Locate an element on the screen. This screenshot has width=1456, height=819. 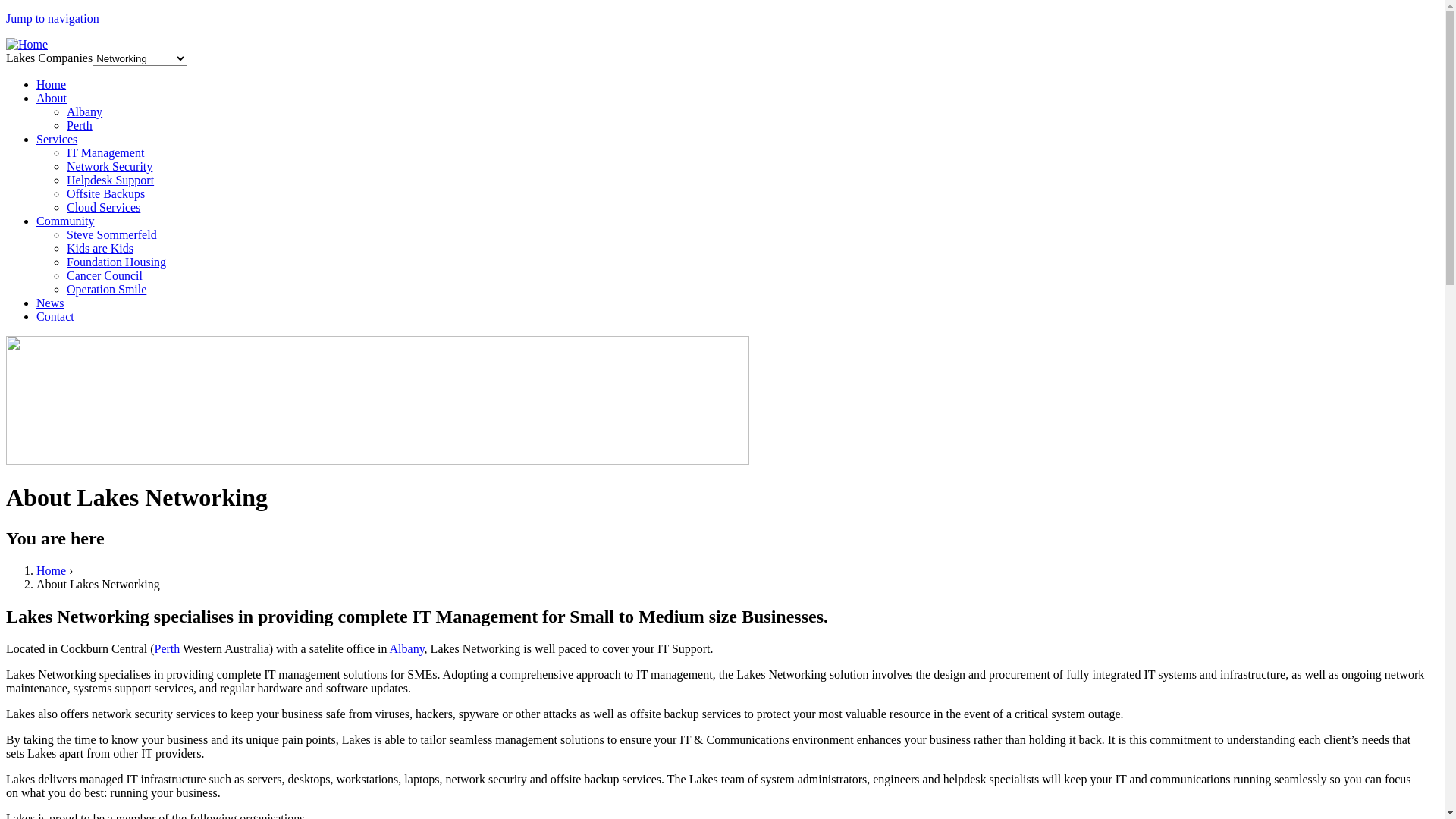
'Perth' is located at coordinates (167, 648).